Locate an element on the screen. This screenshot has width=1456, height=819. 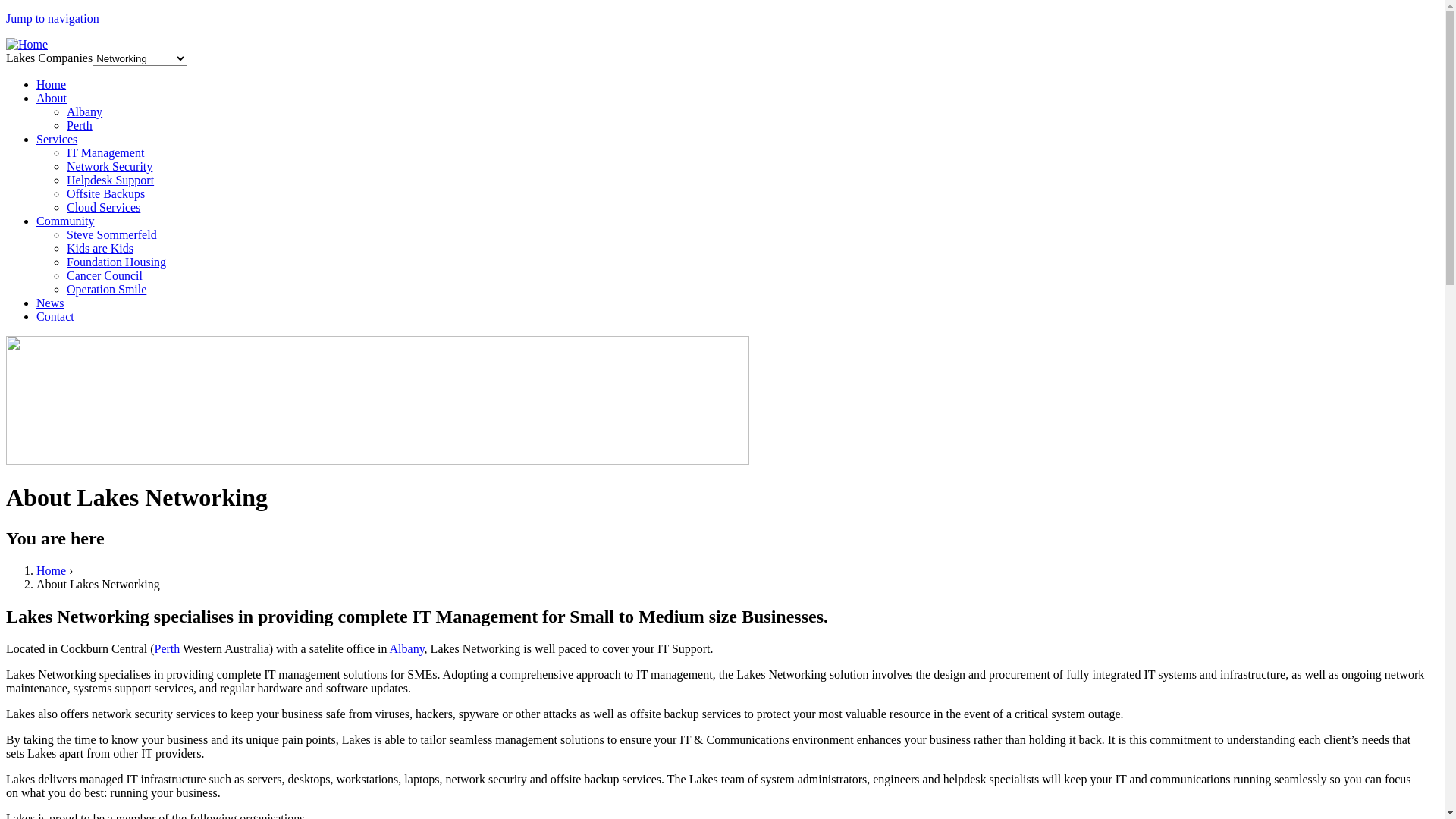
'Perth' is located at coordinates (167, 648).